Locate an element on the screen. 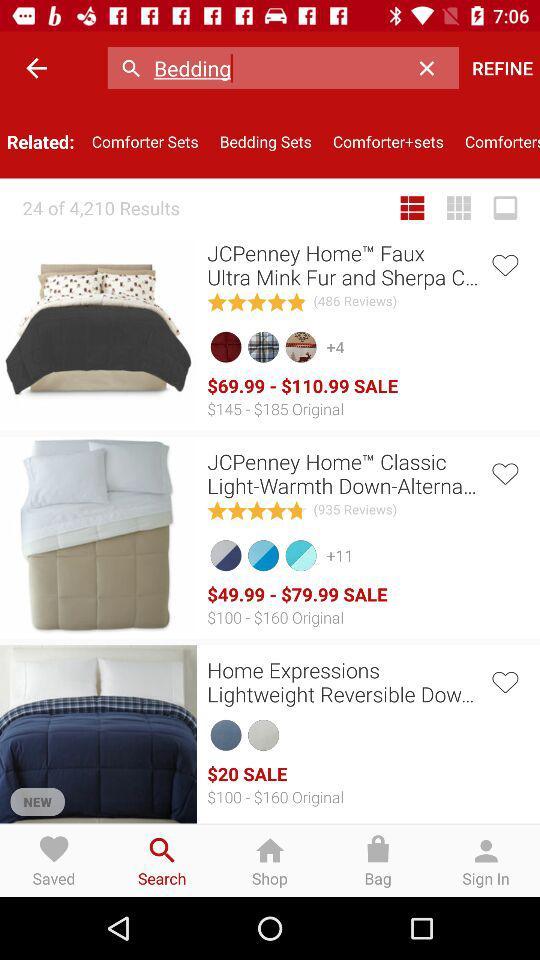  hit the third heart is located at coordinates (503, 680).